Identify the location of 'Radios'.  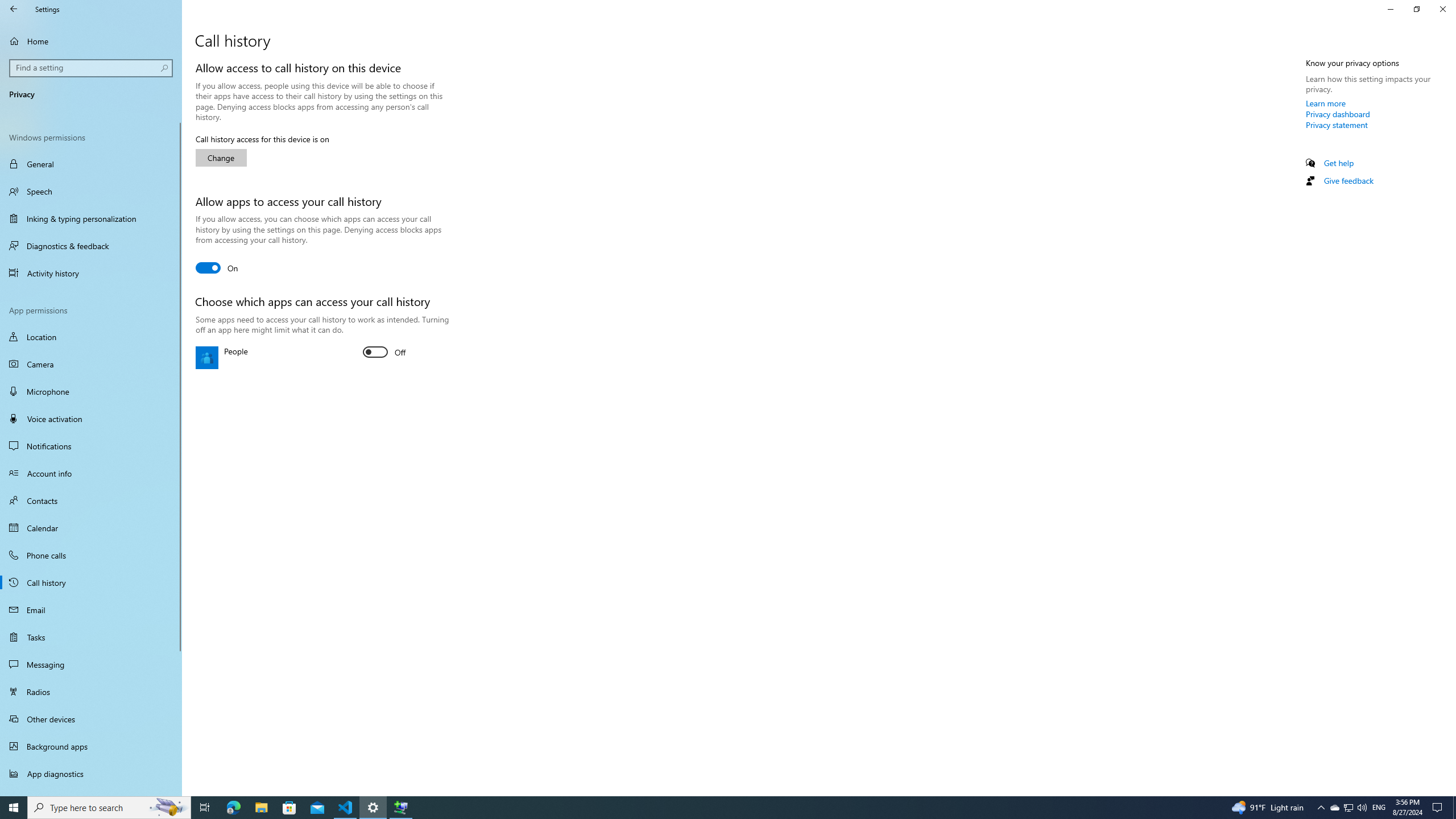
(90, 691).